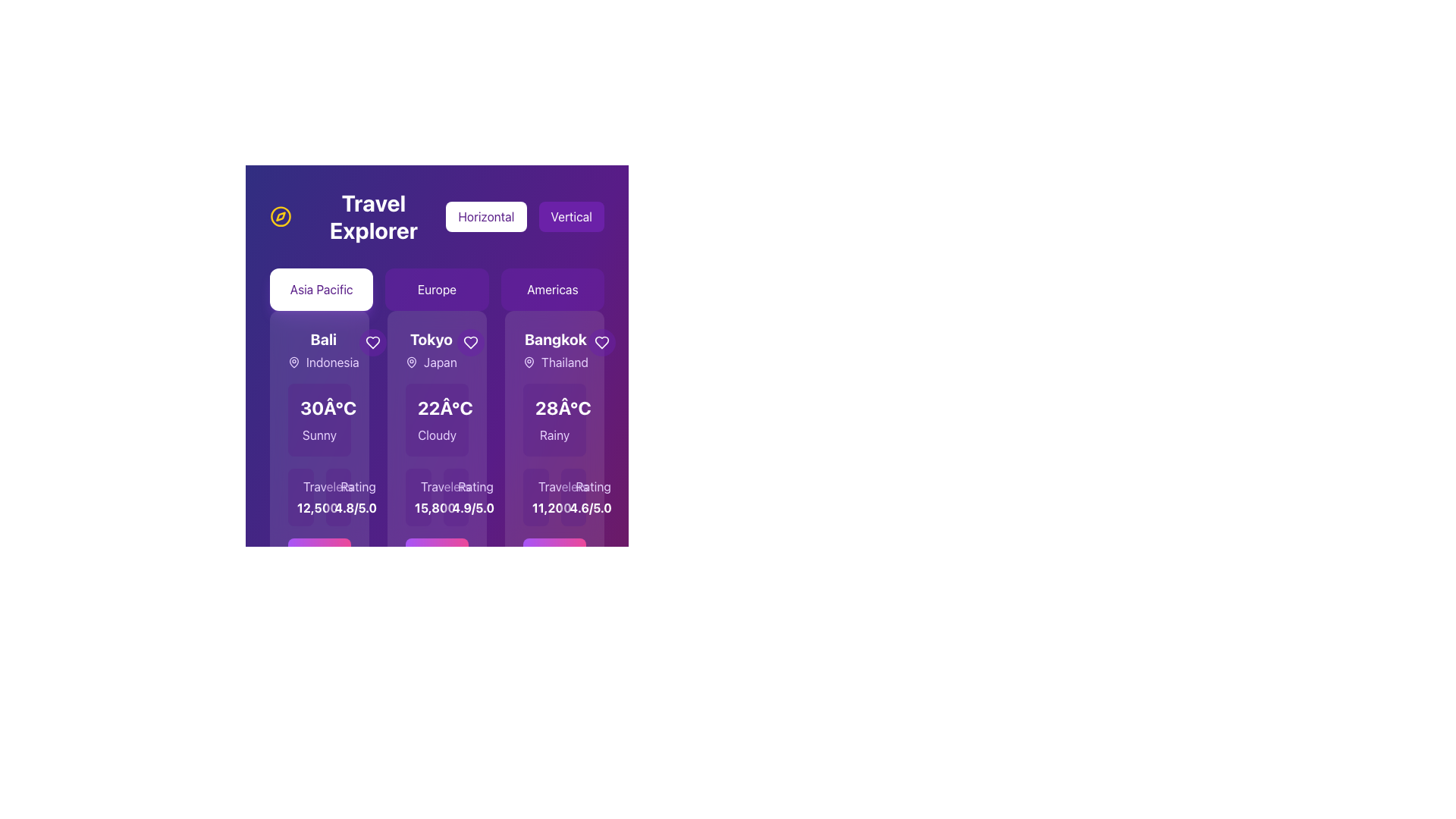  I want to click on the Weather Information Display element which shows '30°C' in bold white font and 'Sunny' in light purple font, located in the 'Bali Indonesia' section of the 'Asia Pacific' tab, so click(318, 420).